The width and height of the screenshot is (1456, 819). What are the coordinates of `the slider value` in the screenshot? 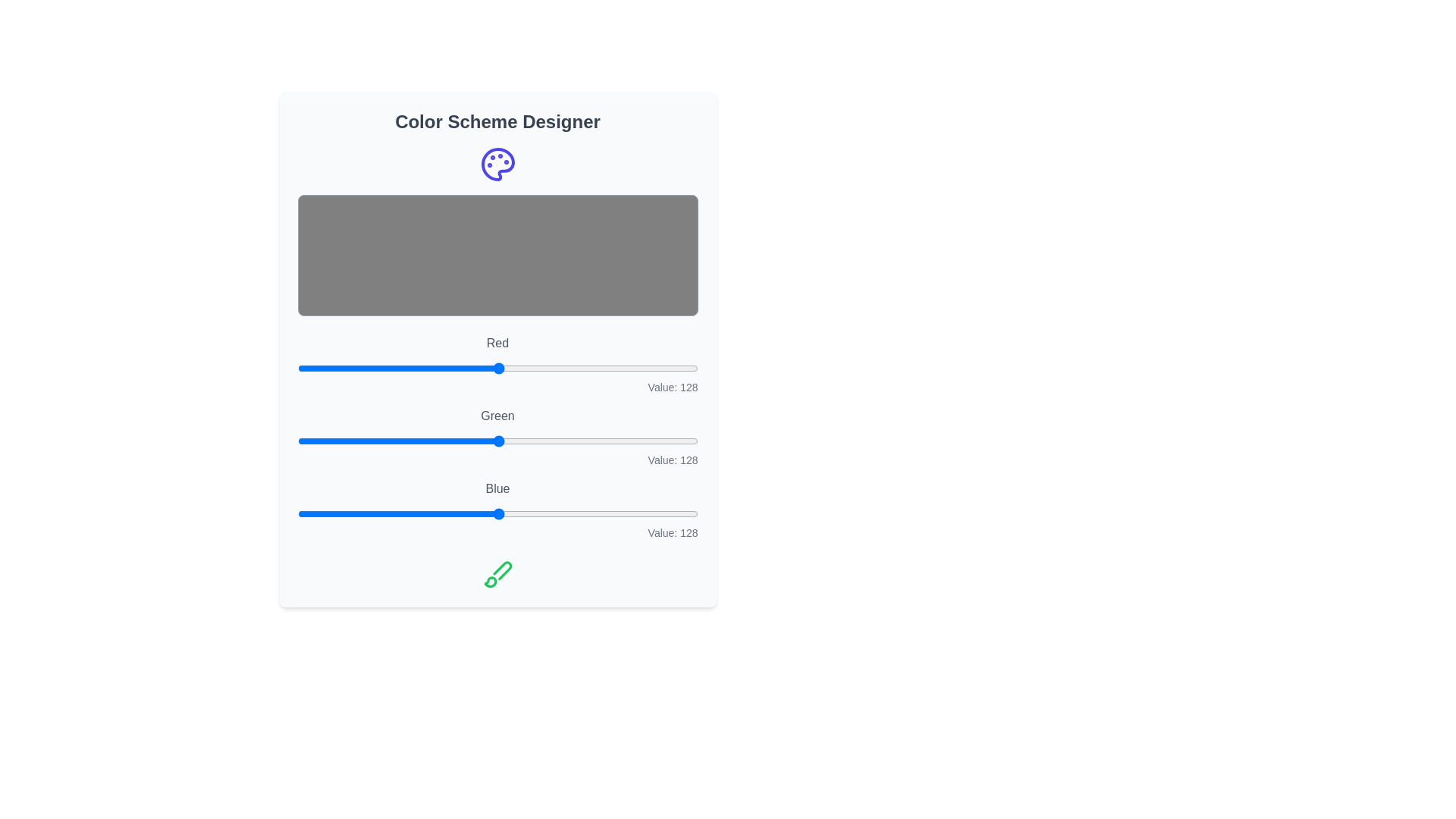 It's located at (480, 513).